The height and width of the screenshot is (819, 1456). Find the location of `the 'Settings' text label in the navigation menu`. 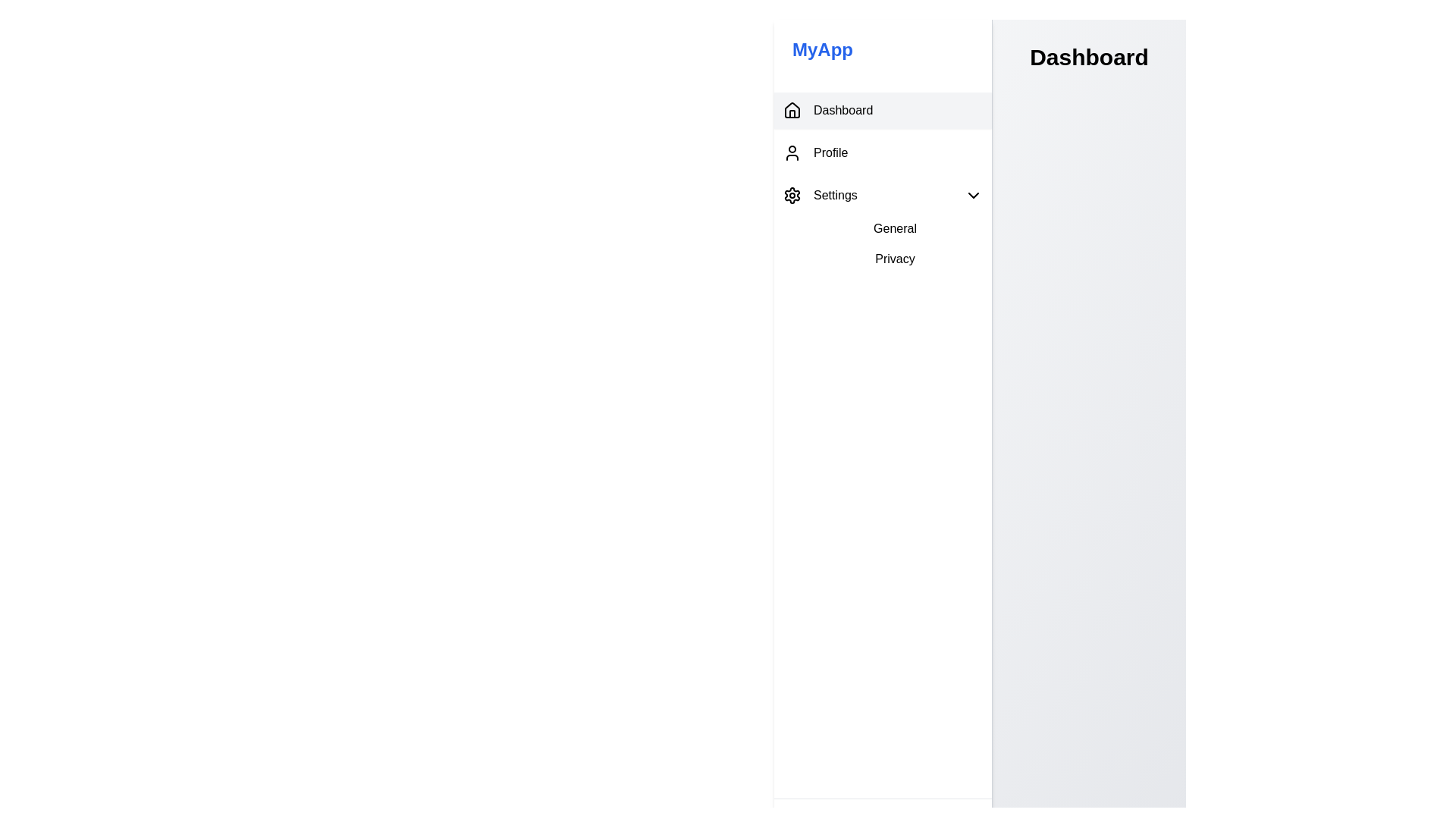

the 'Settings' text label in the navigation menu is located at coordinates (834, 195).